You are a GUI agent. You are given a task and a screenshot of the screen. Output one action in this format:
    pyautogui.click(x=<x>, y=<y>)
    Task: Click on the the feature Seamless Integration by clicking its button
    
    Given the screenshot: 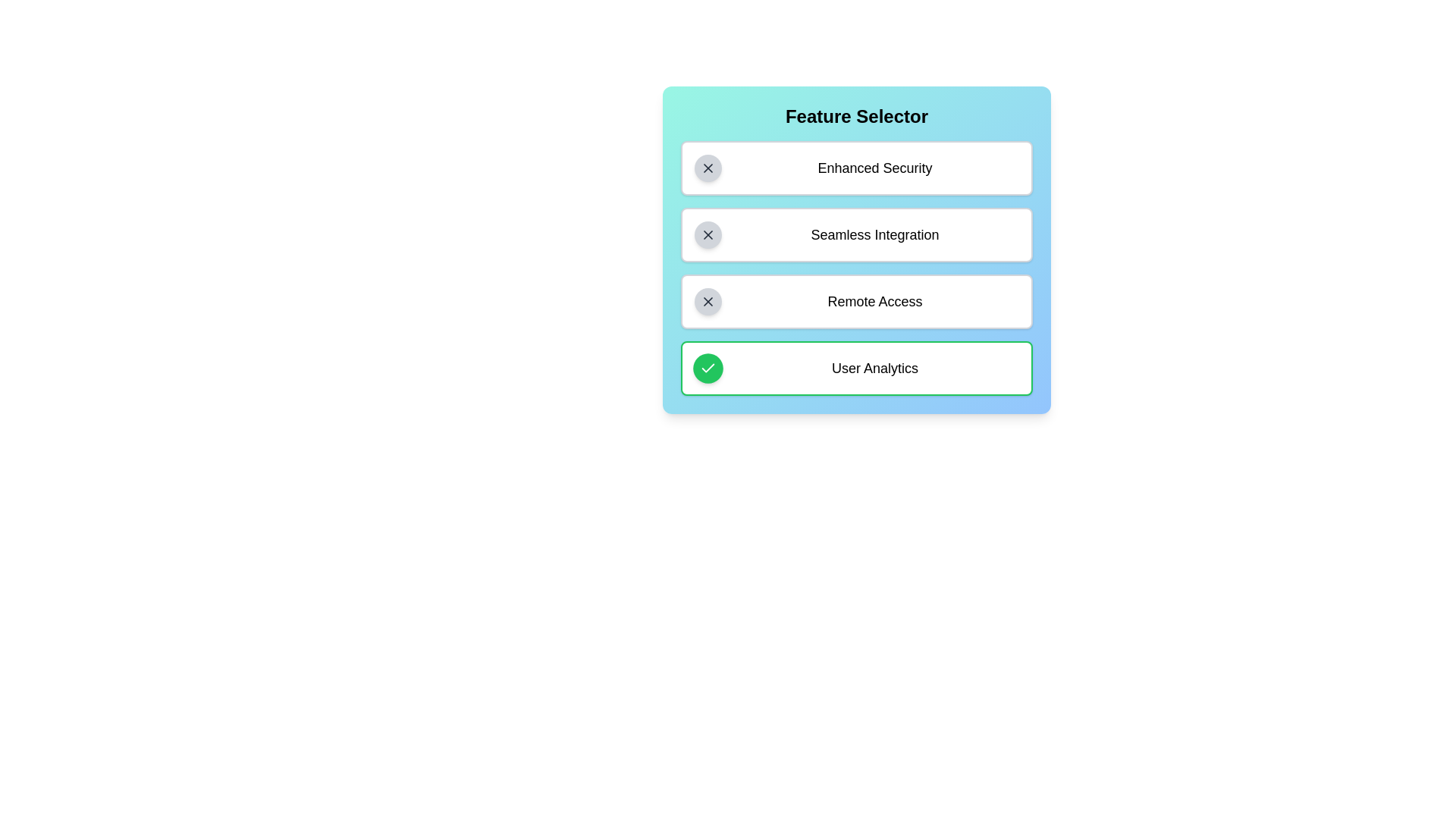 What is the action you would take?
    pyautogui.click(x=708, y=234)
    